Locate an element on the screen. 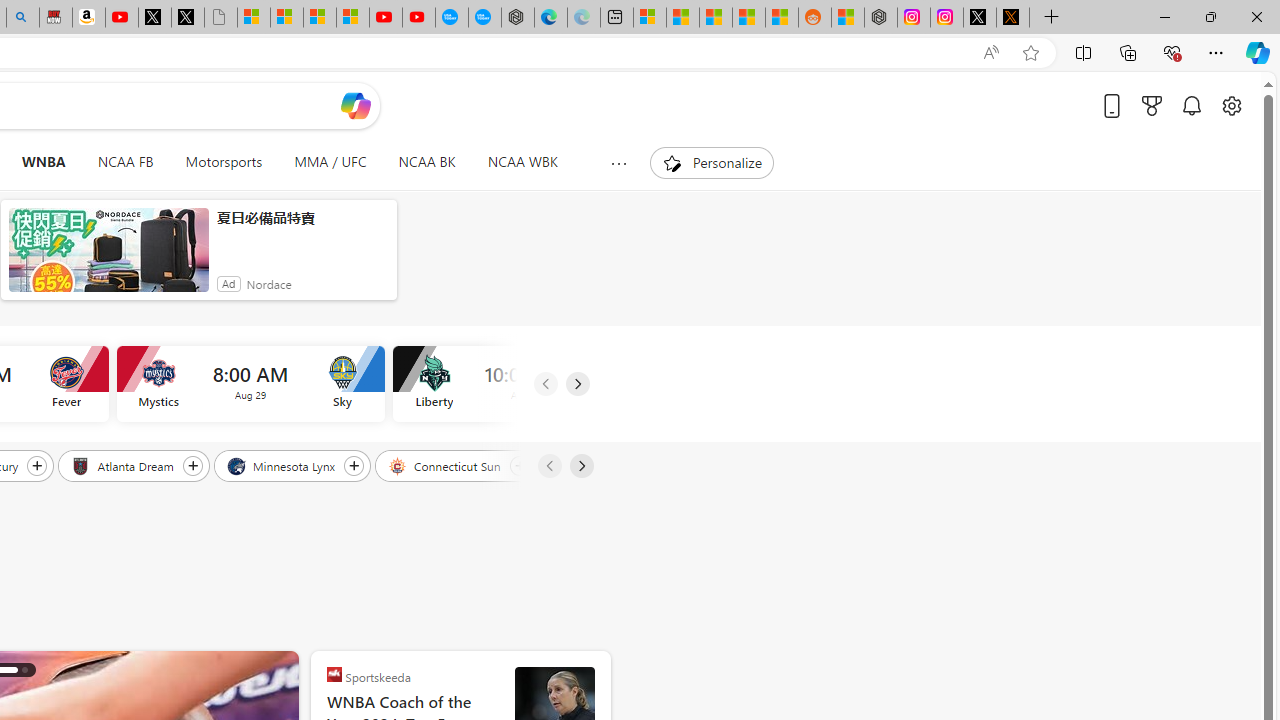 The image size is (1280, 720). 'Mystics vs Sky Time 8:00 AM Date Aug 29' is located at coordinates (249, 384).